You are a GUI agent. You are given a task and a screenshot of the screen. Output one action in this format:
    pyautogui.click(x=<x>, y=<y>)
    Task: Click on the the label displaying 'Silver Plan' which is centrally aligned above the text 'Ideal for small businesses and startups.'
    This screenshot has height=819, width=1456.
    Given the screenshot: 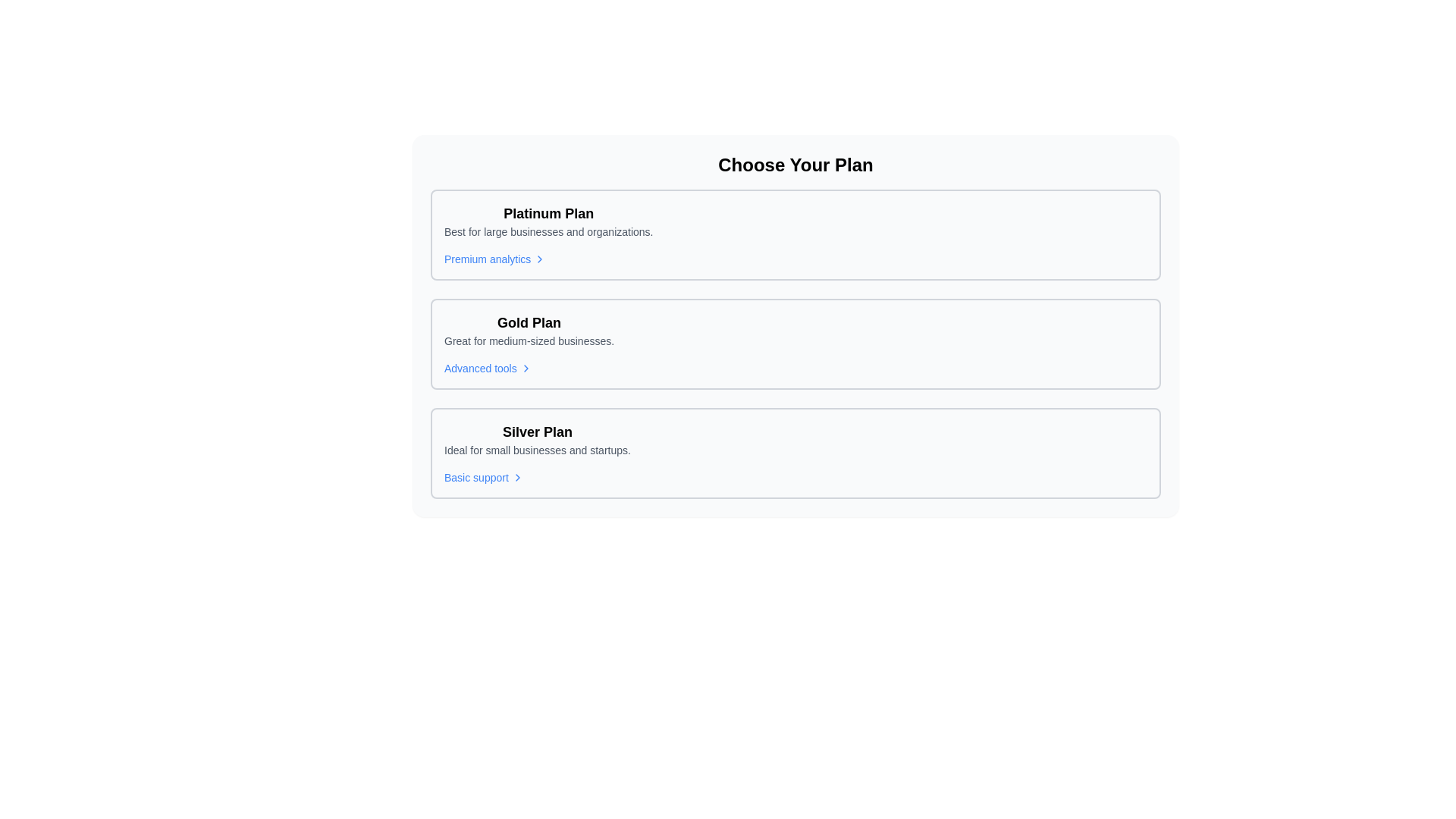 What is the action you would take?
    pyautogui.click(x=537, y=439)
    